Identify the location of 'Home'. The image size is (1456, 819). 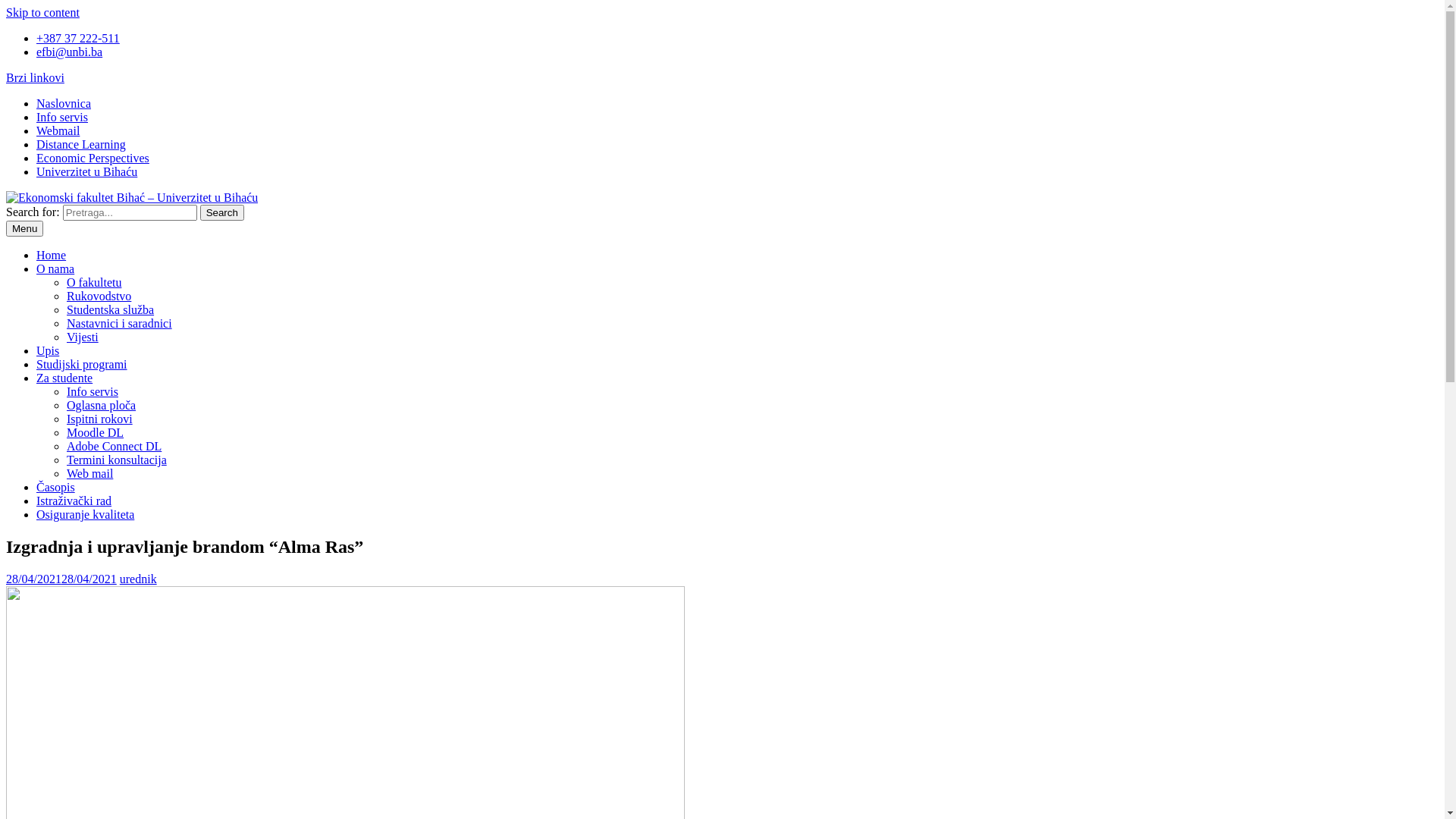
(36, 254).